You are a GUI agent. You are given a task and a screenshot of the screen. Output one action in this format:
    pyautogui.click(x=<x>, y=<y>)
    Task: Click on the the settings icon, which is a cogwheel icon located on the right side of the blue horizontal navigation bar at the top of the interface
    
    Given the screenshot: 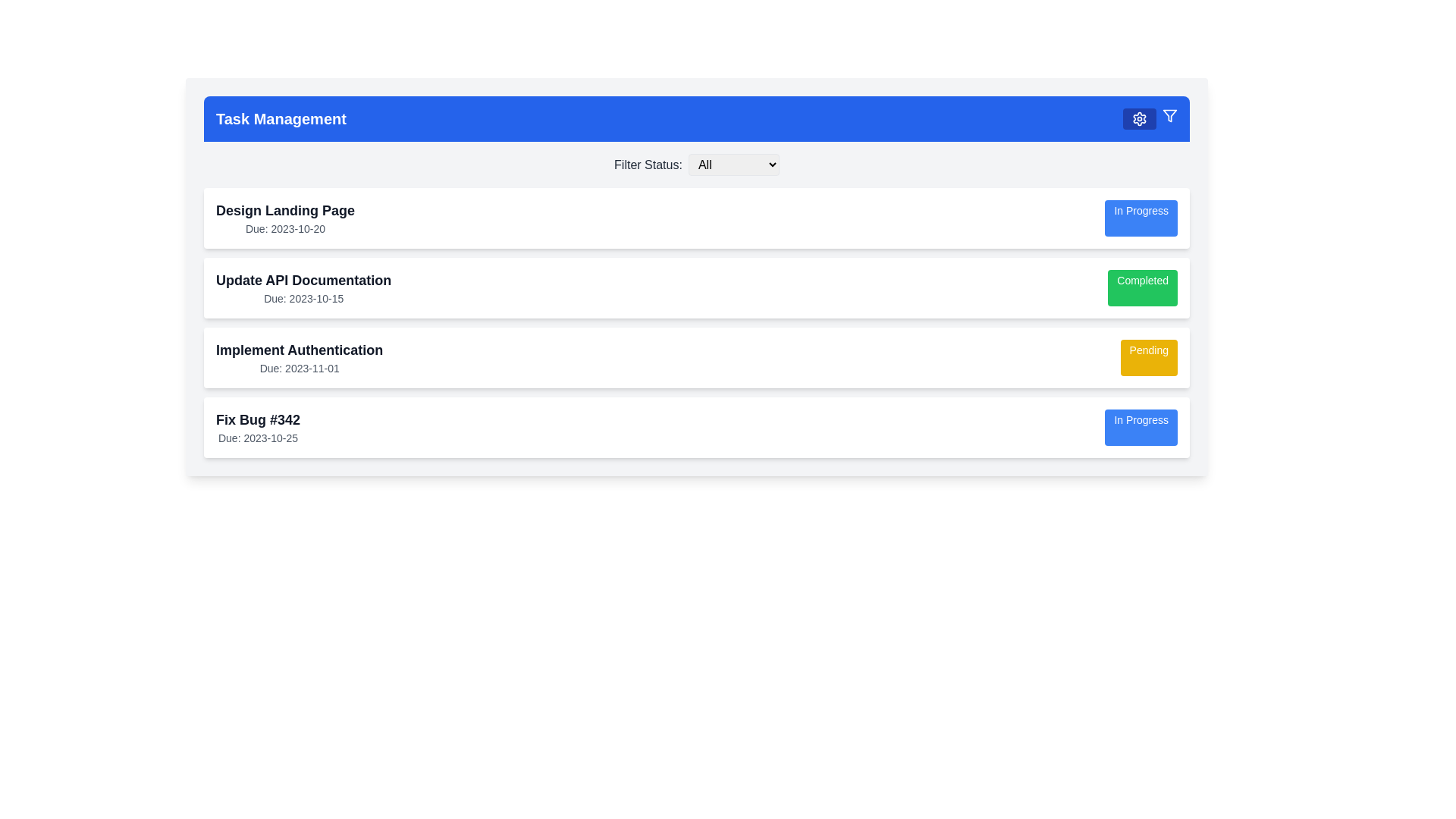 What is the action you would take?
    pyautogui.click(x=1139, y=118)
    